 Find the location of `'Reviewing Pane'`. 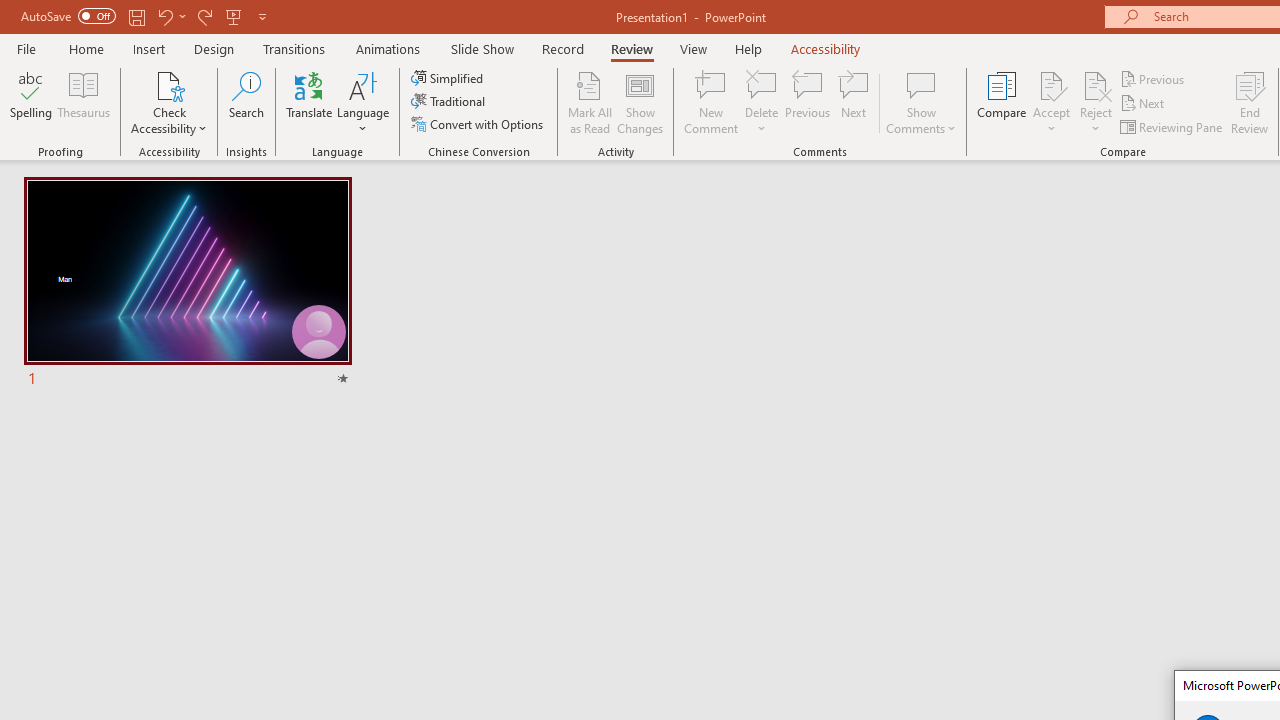

'Reviewing Pane' is located at coordinates (1173, 127).